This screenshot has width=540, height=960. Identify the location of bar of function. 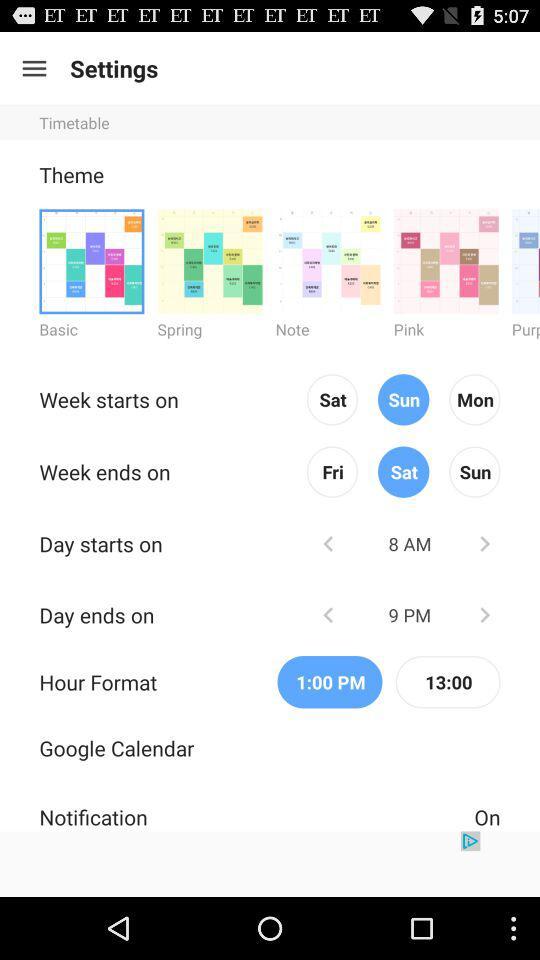
(33, 68).